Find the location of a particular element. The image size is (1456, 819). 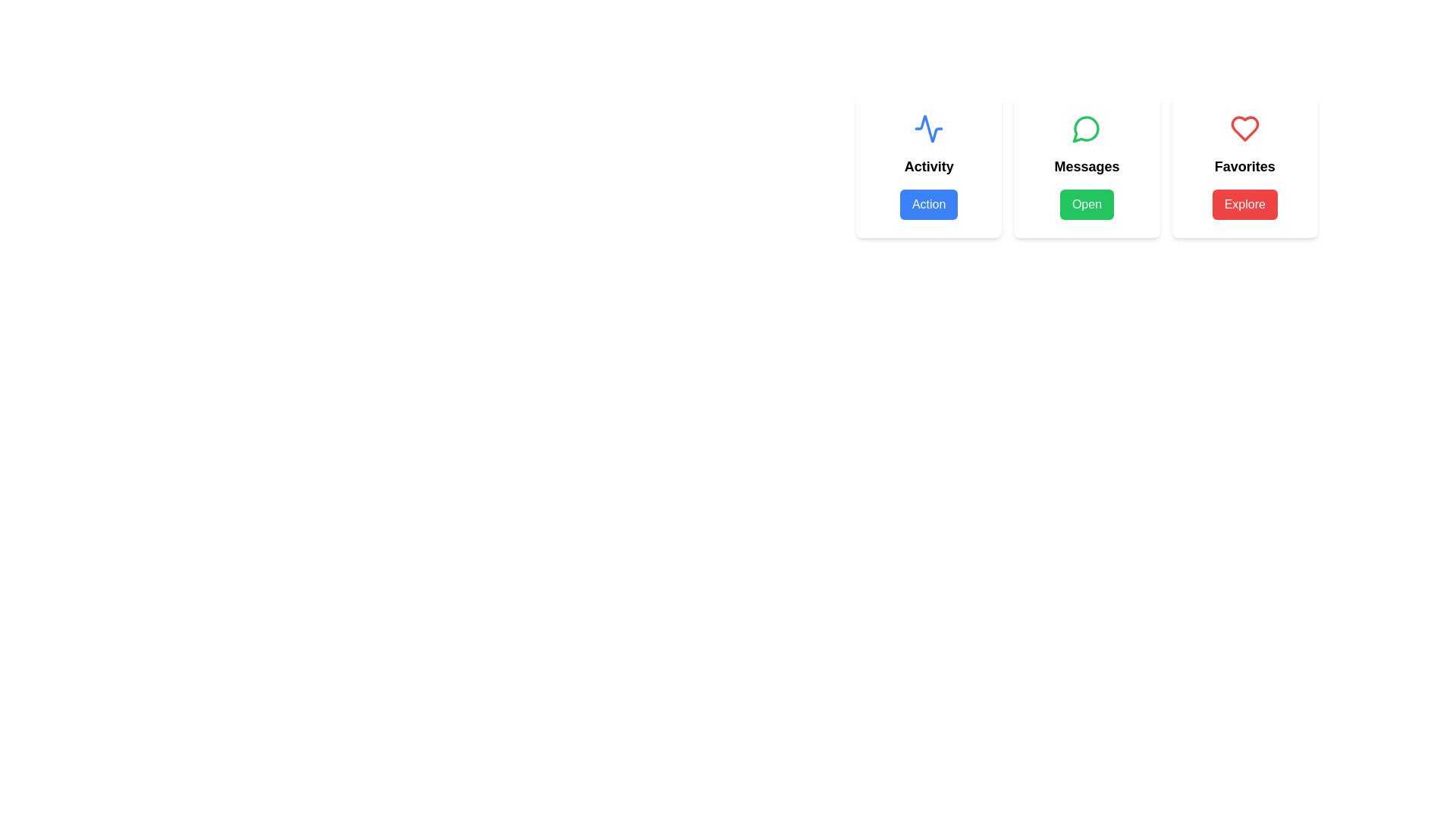

the 'Open' button located at the bottom of the Messages card, which is the second card in the grid layout is located at coordinates (1086, 166).